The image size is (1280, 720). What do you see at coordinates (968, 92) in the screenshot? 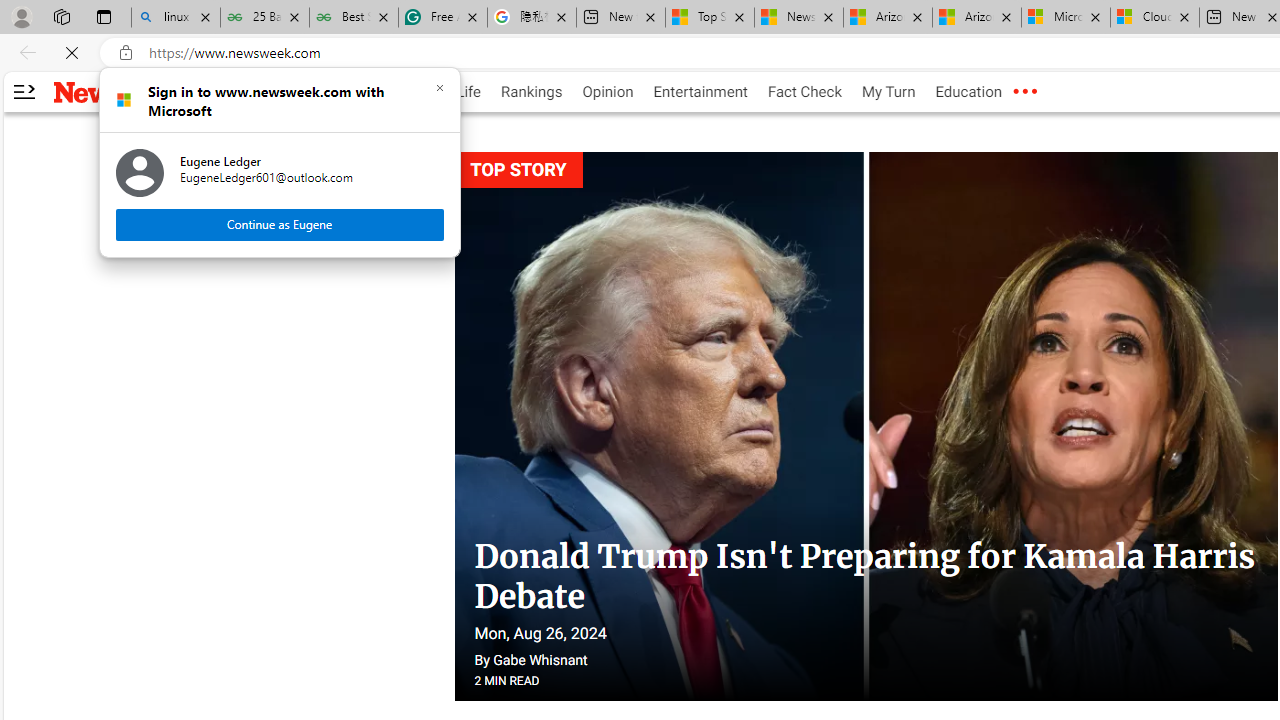
I see `'Education'` at bounding box center [968, 92].